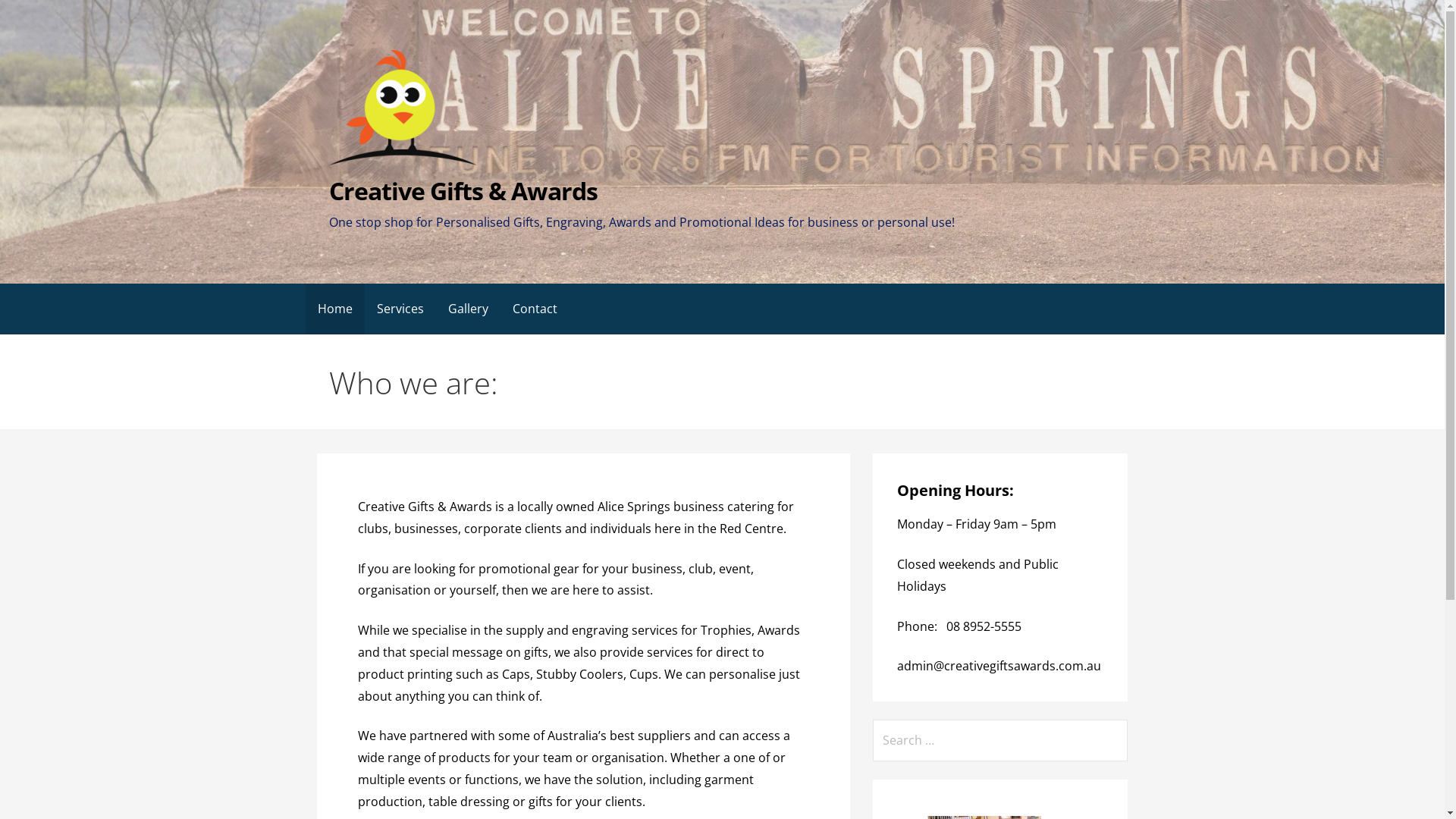 This screenshot has width=1456, height=819. What do you see at coordinates (466, 308) in the screenshot?
I see `'Gallery'` at bounding box center [466, 308].